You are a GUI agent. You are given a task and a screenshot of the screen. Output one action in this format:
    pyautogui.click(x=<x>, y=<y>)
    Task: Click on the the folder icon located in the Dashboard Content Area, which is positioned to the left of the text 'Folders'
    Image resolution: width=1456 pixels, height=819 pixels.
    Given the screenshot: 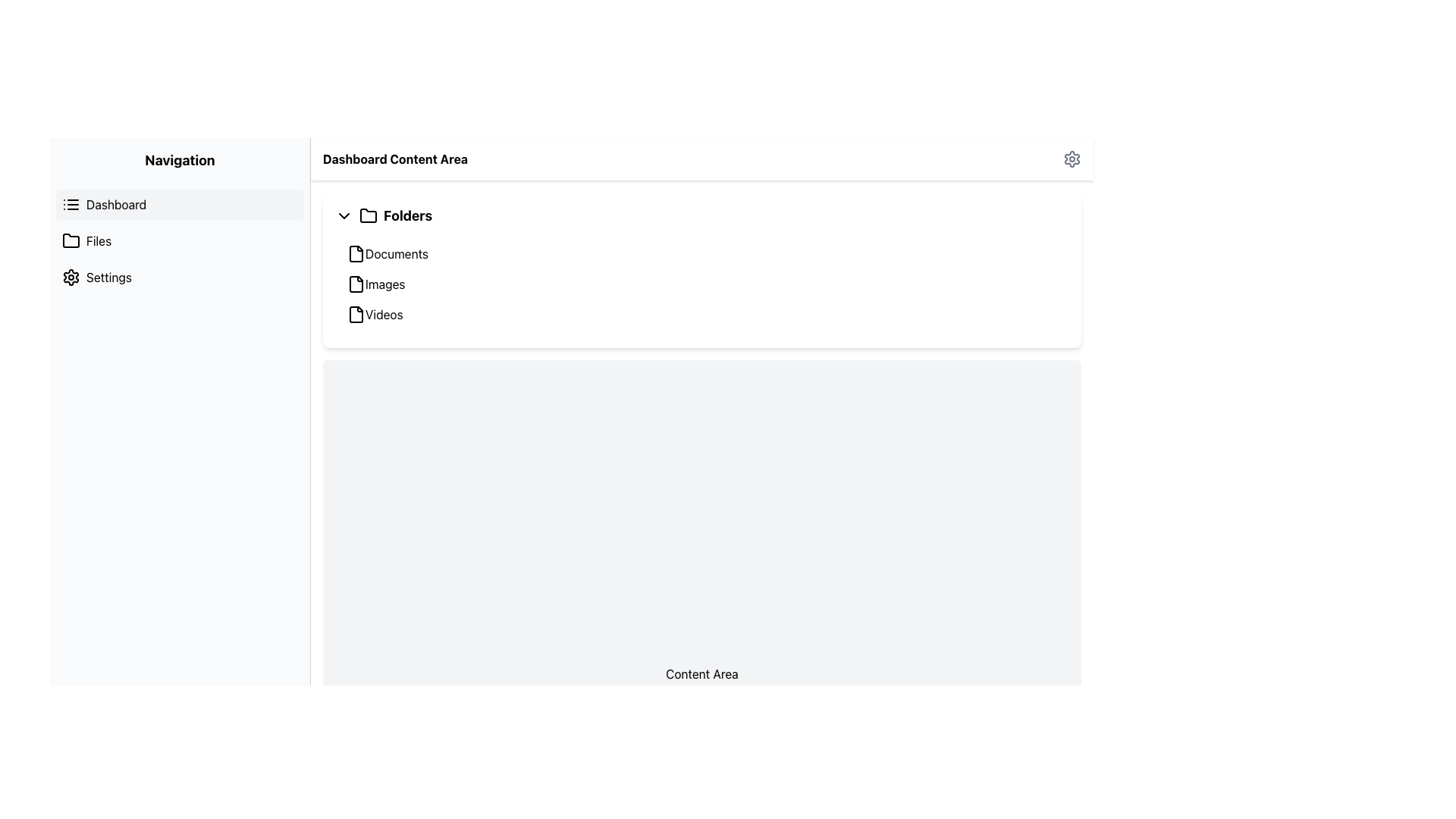 What is the action you would take?
    pyautogui.click(x=368, y=215)
    